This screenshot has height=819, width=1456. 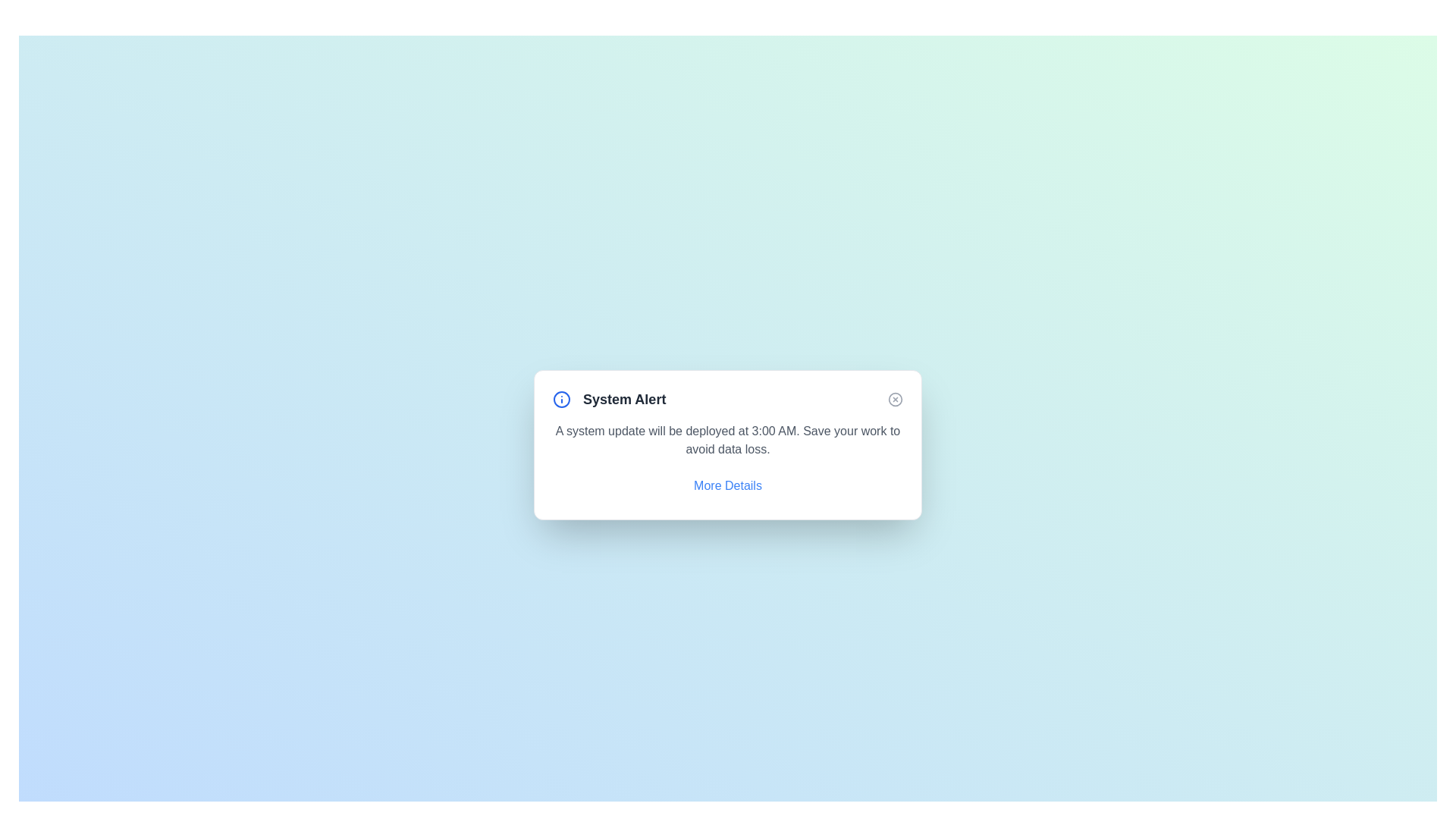 What do you see at coordinates (560, 399) in the screenshot?
I see `the informational icon located in the top-left corner of the modal dialog box, which represents an alert or important information notice` at bounding box center [560, 399].